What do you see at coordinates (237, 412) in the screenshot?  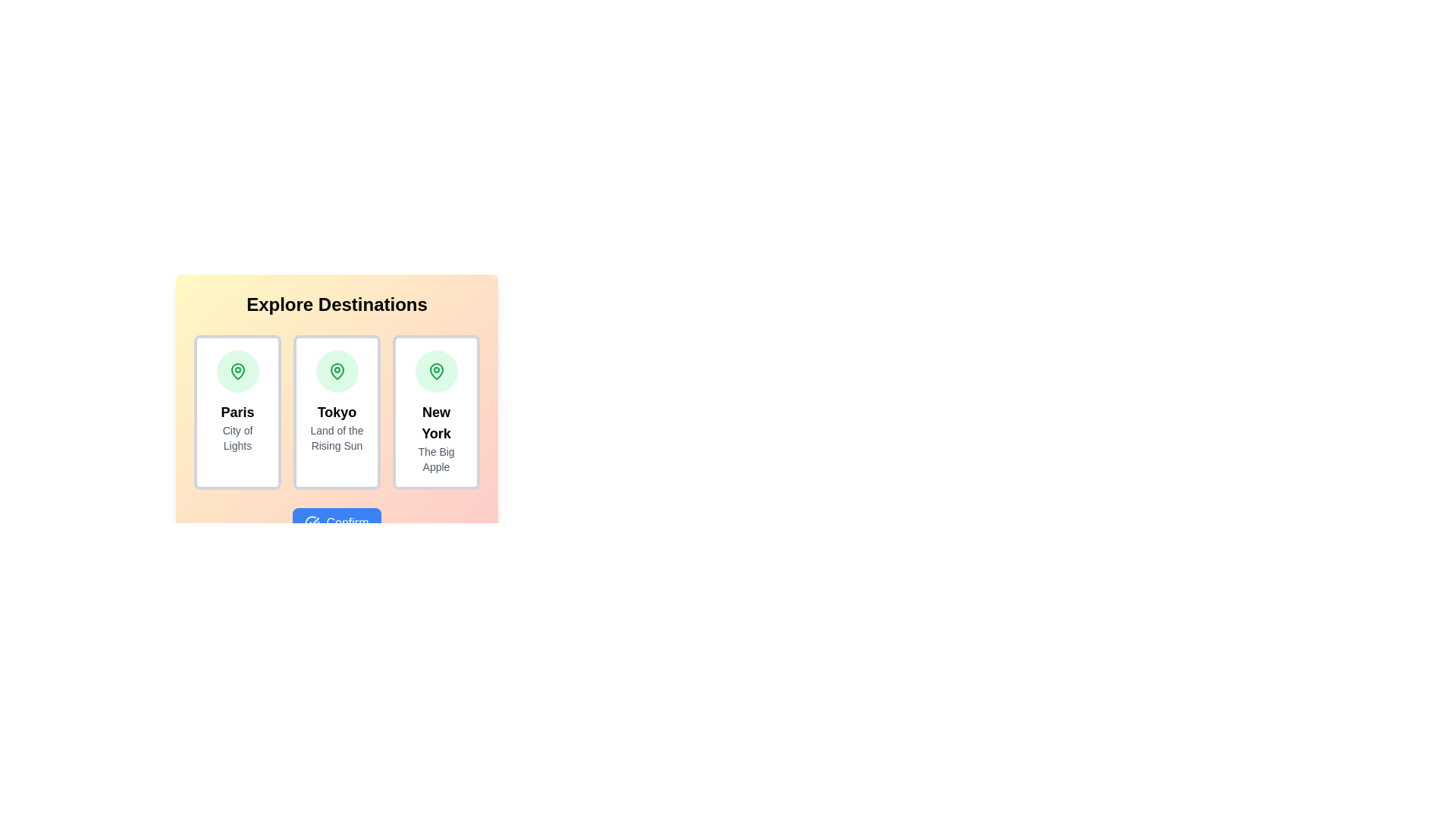 I see `the card representing Paris to select it` at bounding box center [237, 412].